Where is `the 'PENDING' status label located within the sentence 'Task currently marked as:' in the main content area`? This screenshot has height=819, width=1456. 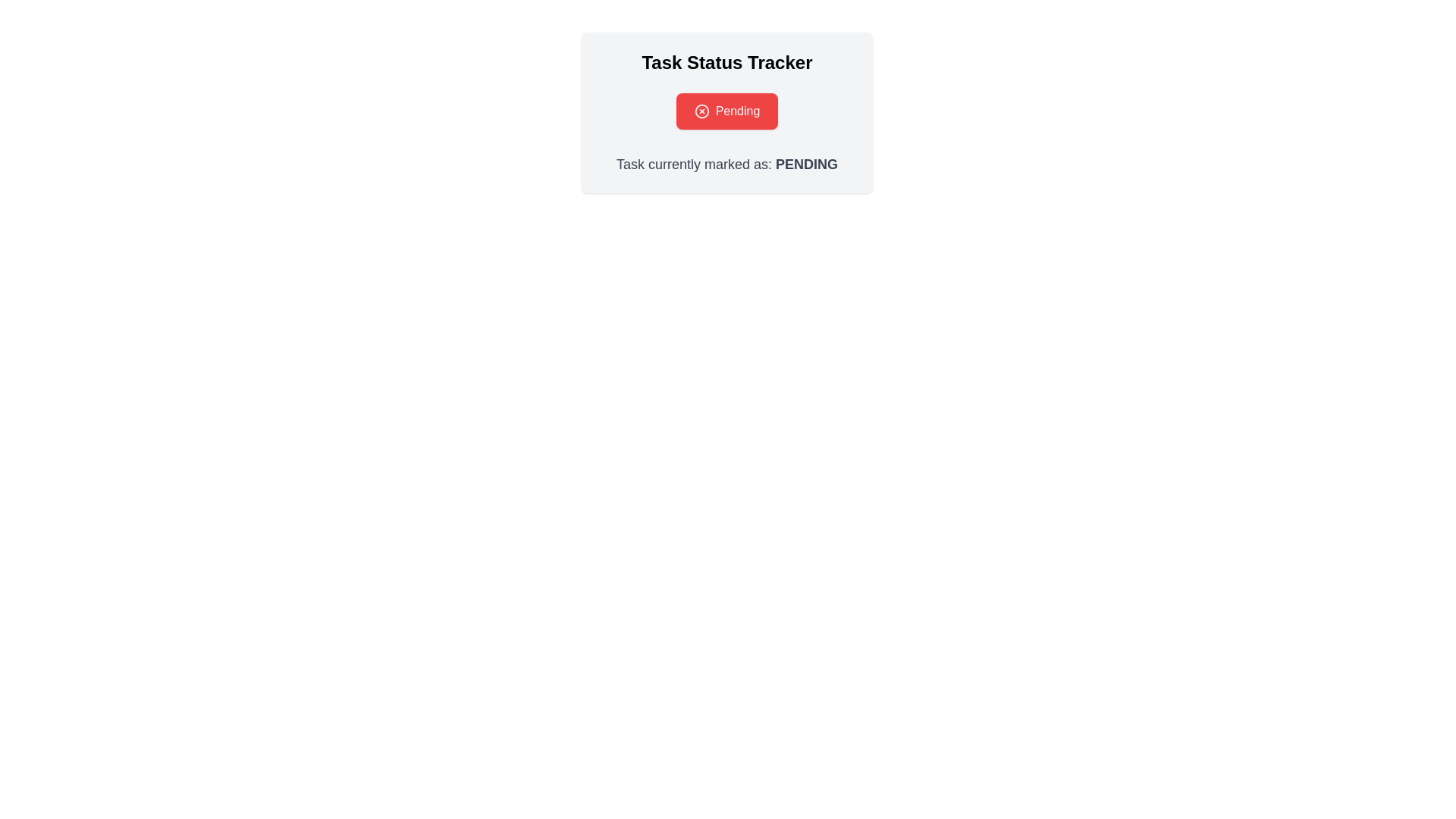
the 'PENDING' status label located within the sentence 'Task currently marked as:' in the main content area is located at coordinates (806, 164).